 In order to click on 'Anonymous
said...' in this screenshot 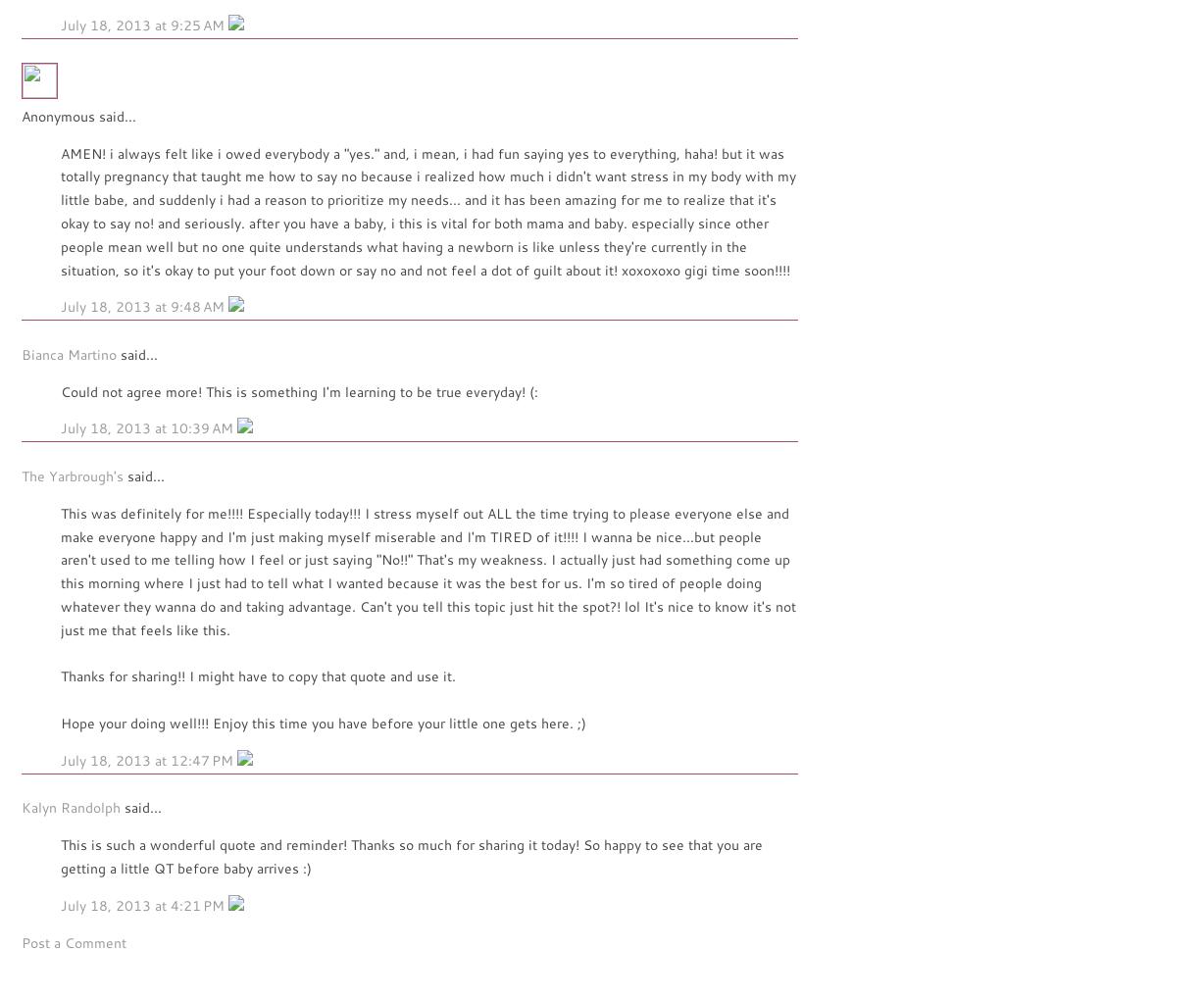, I will do `click(78, 115)`.